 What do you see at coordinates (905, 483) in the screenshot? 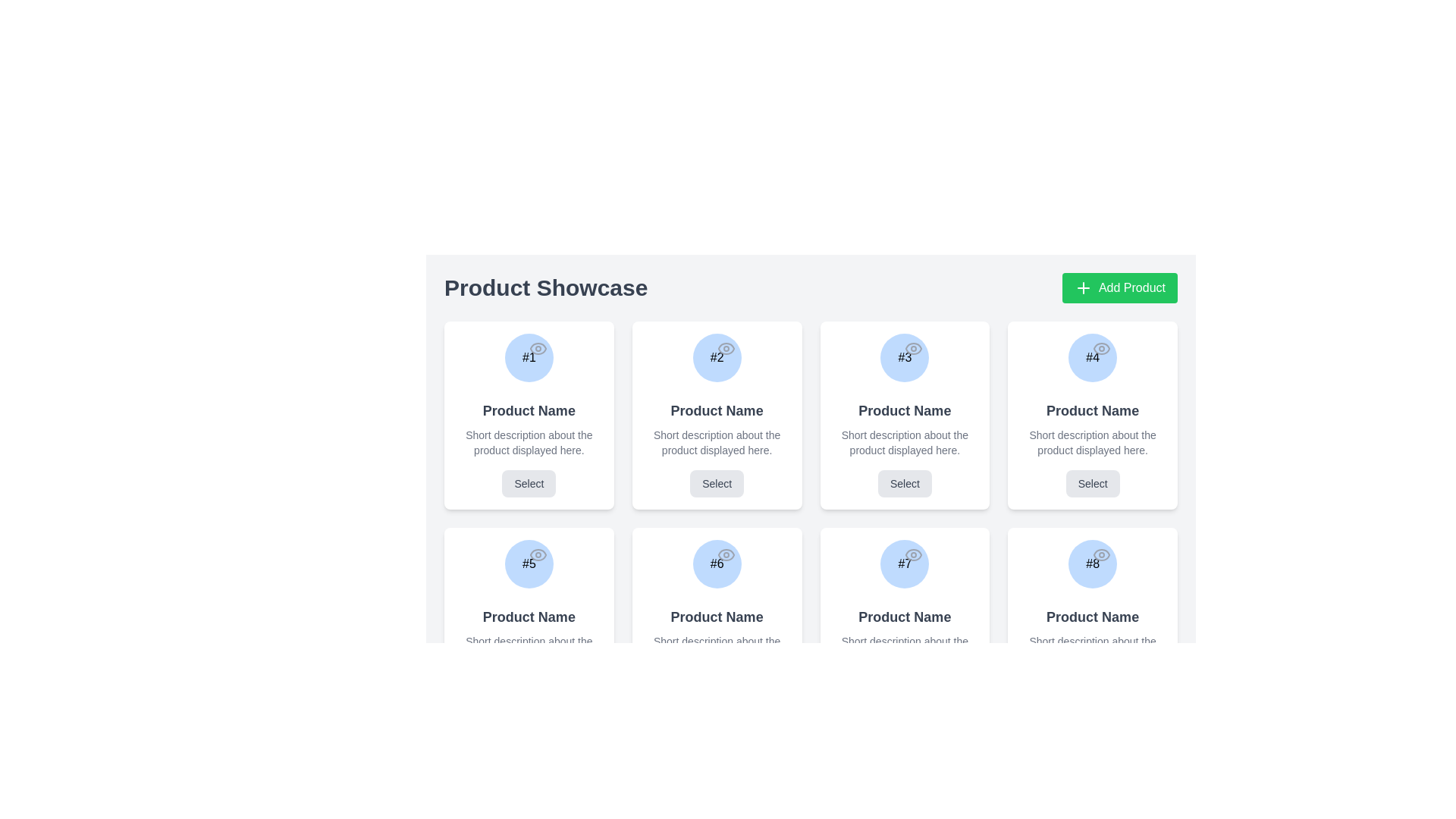
I see `the button located at the bottom center of the third product card, which allows users` at bounding box center [905, 483].